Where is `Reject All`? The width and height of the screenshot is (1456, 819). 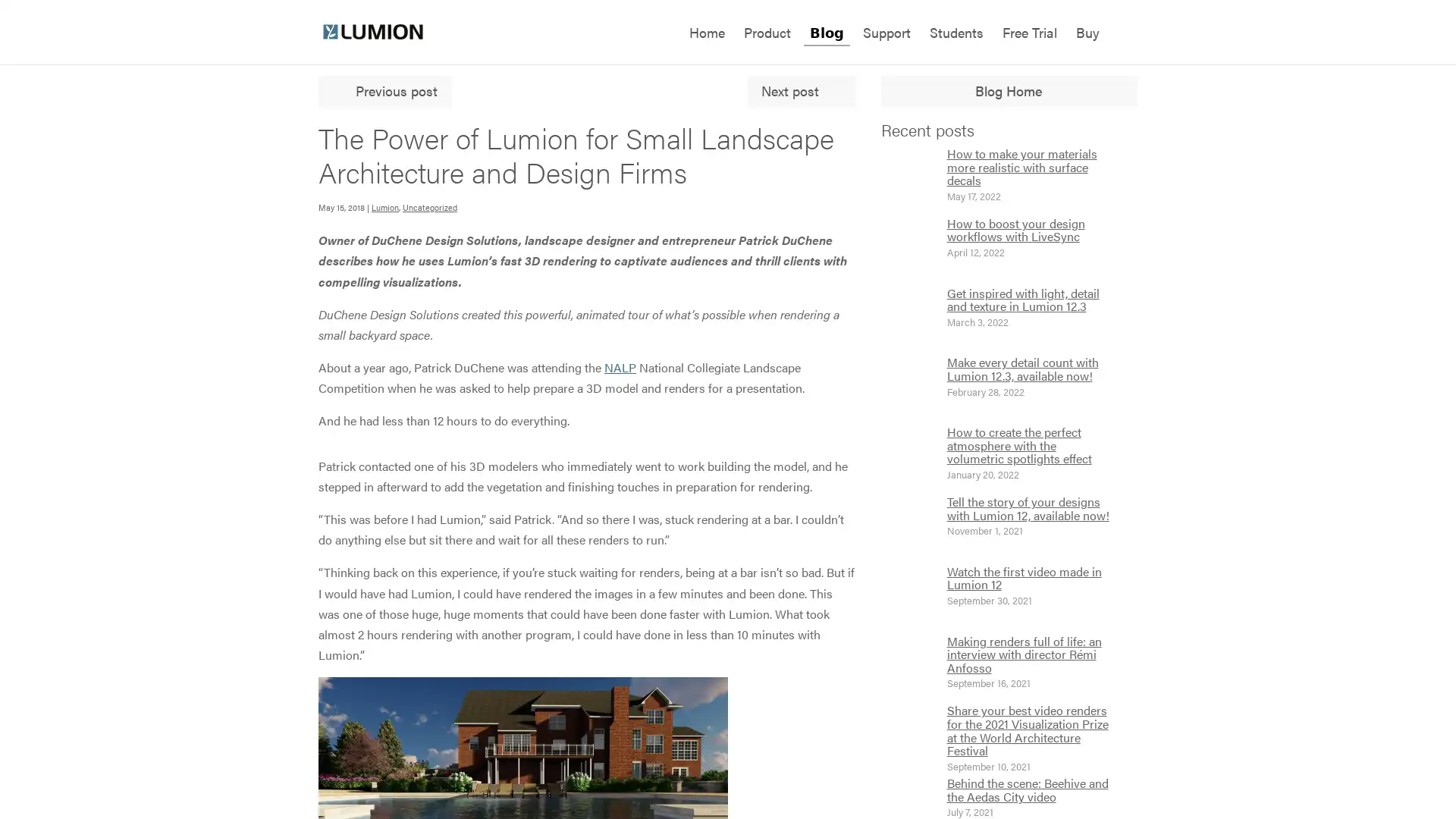 Reject All is located at coordinates (154, 719).